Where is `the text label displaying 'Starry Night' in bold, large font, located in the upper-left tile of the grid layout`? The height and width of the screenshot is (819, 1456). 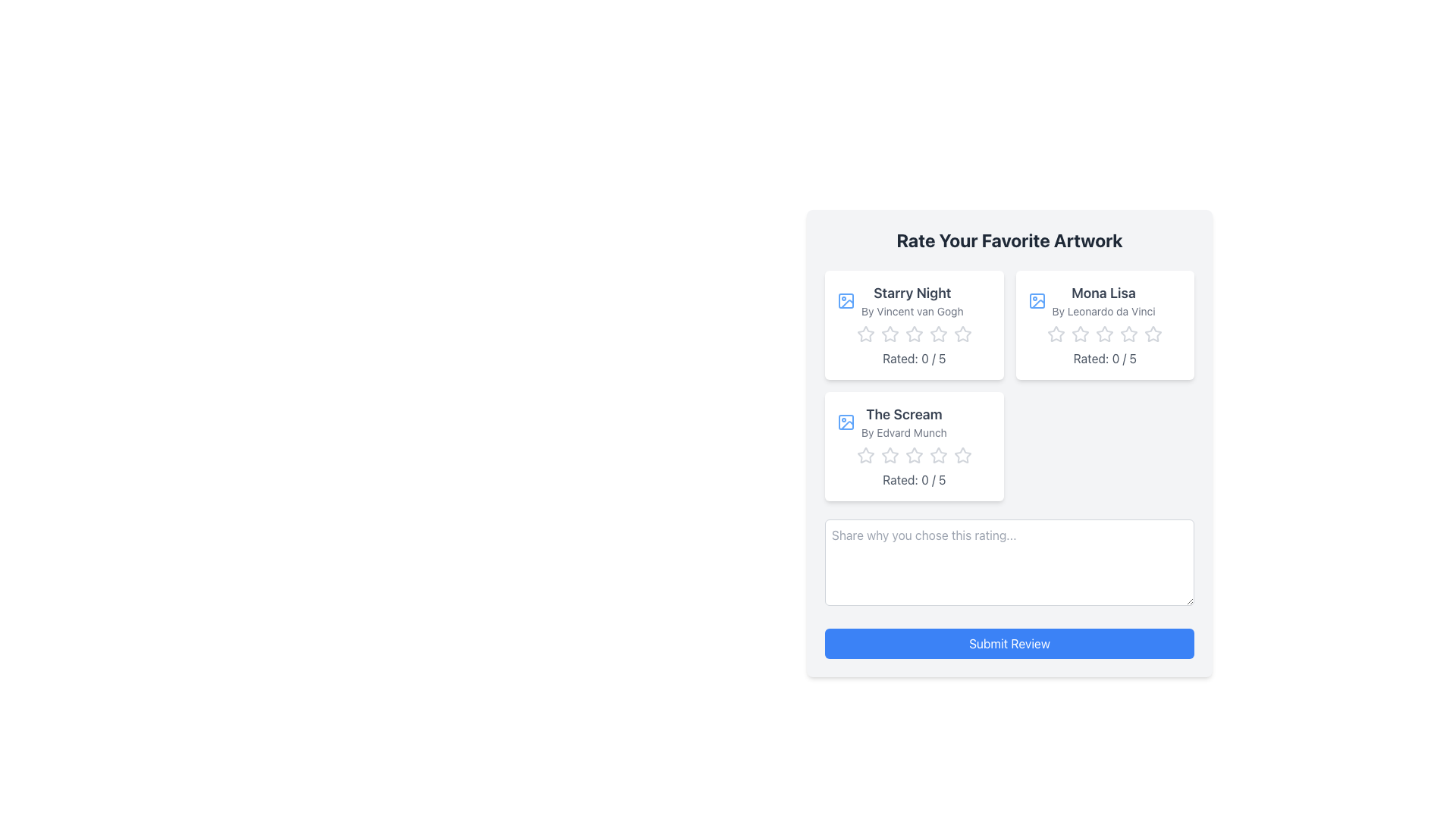
the text label displaying 'Starry Night' in bold, large font, located in the upper-left tile of the grid layout is located at coordinates (912, 293).